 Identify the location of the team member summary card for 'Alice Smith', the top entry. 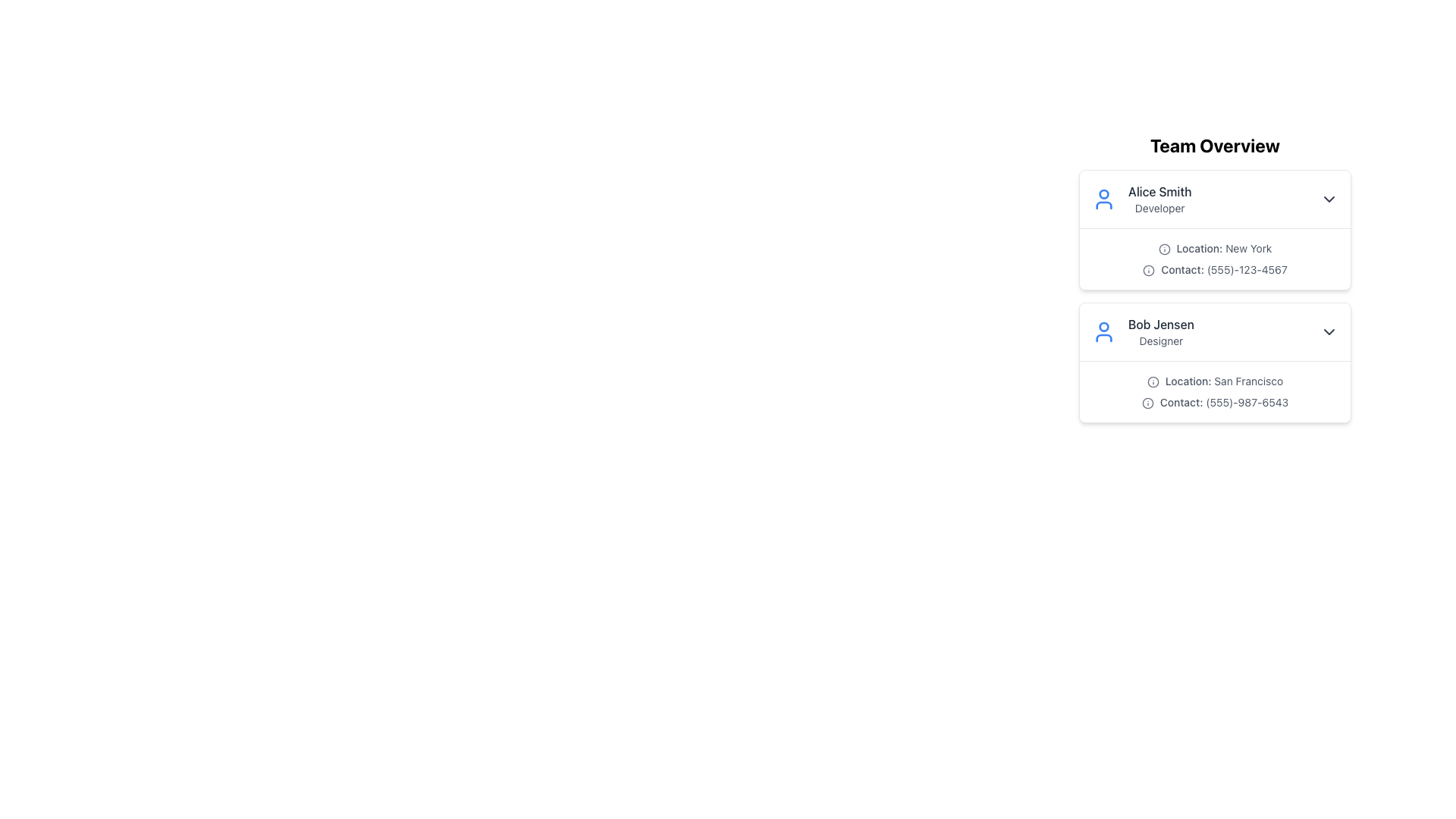
(1141, 198).